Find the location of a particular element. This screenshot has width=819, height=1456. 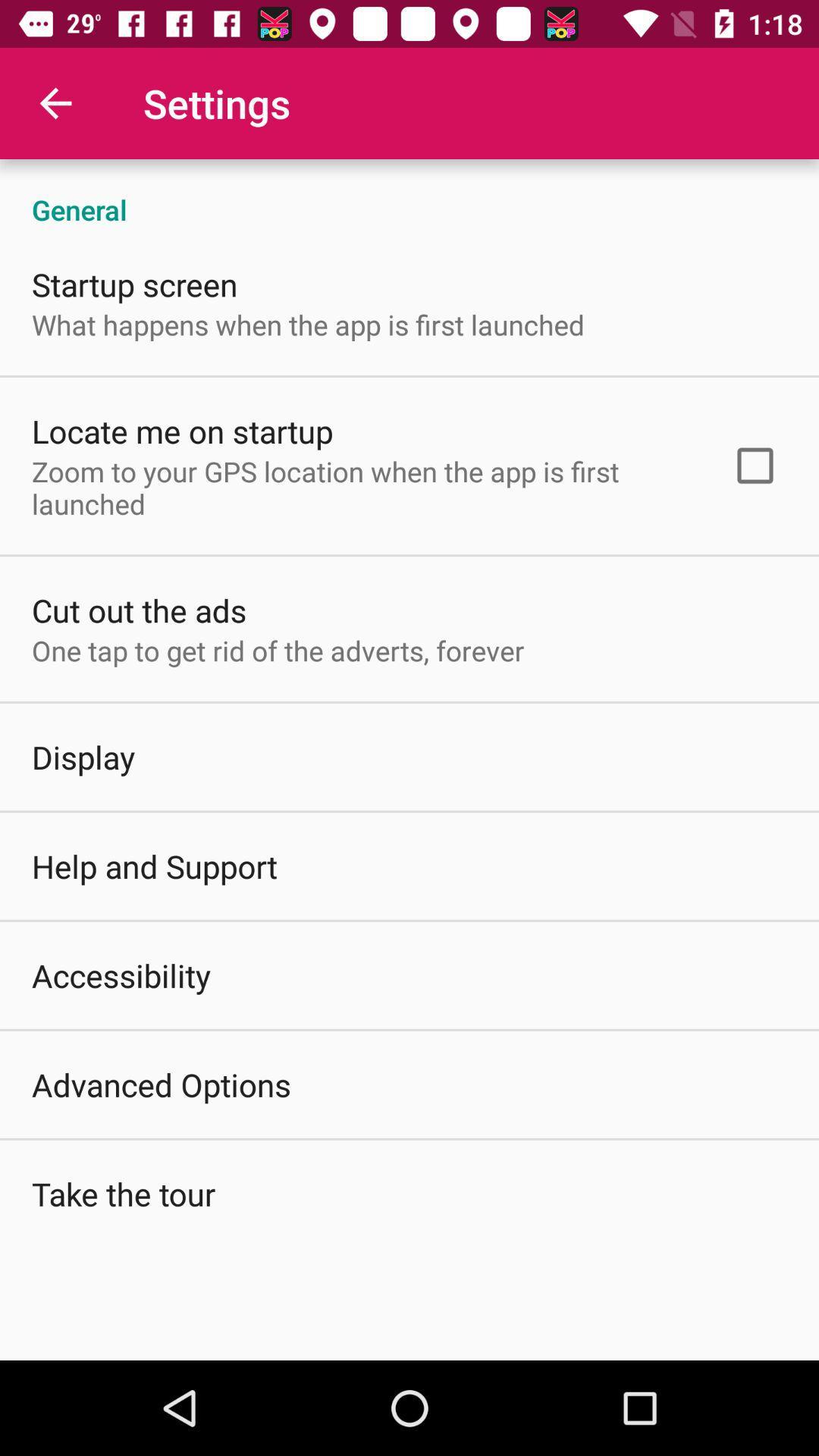

item above cut out the icon is located at coordinates (362, 488).